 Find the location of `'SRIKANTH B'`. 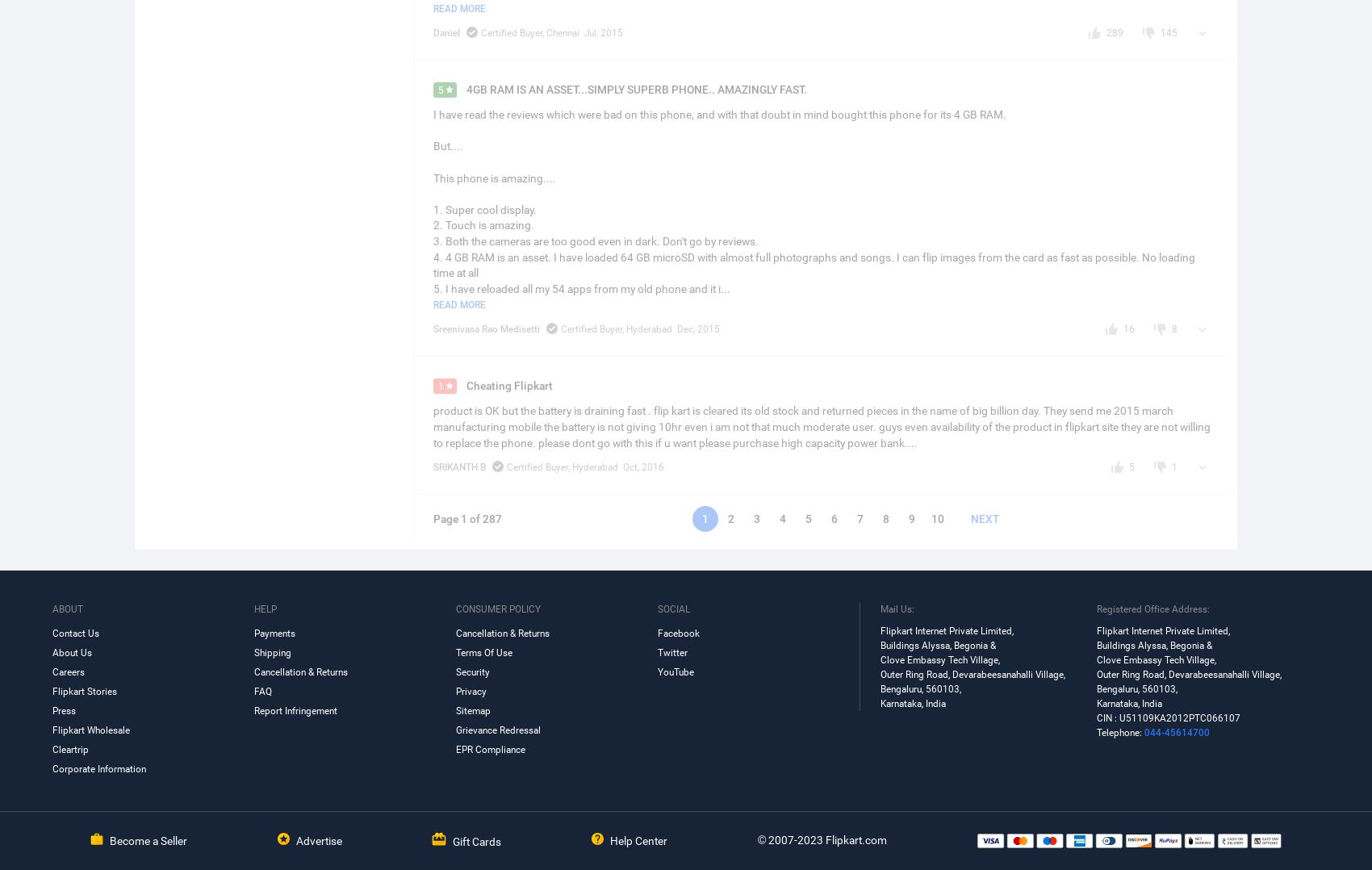

'SRIKANTH B' is located at coordinates (458, 466).